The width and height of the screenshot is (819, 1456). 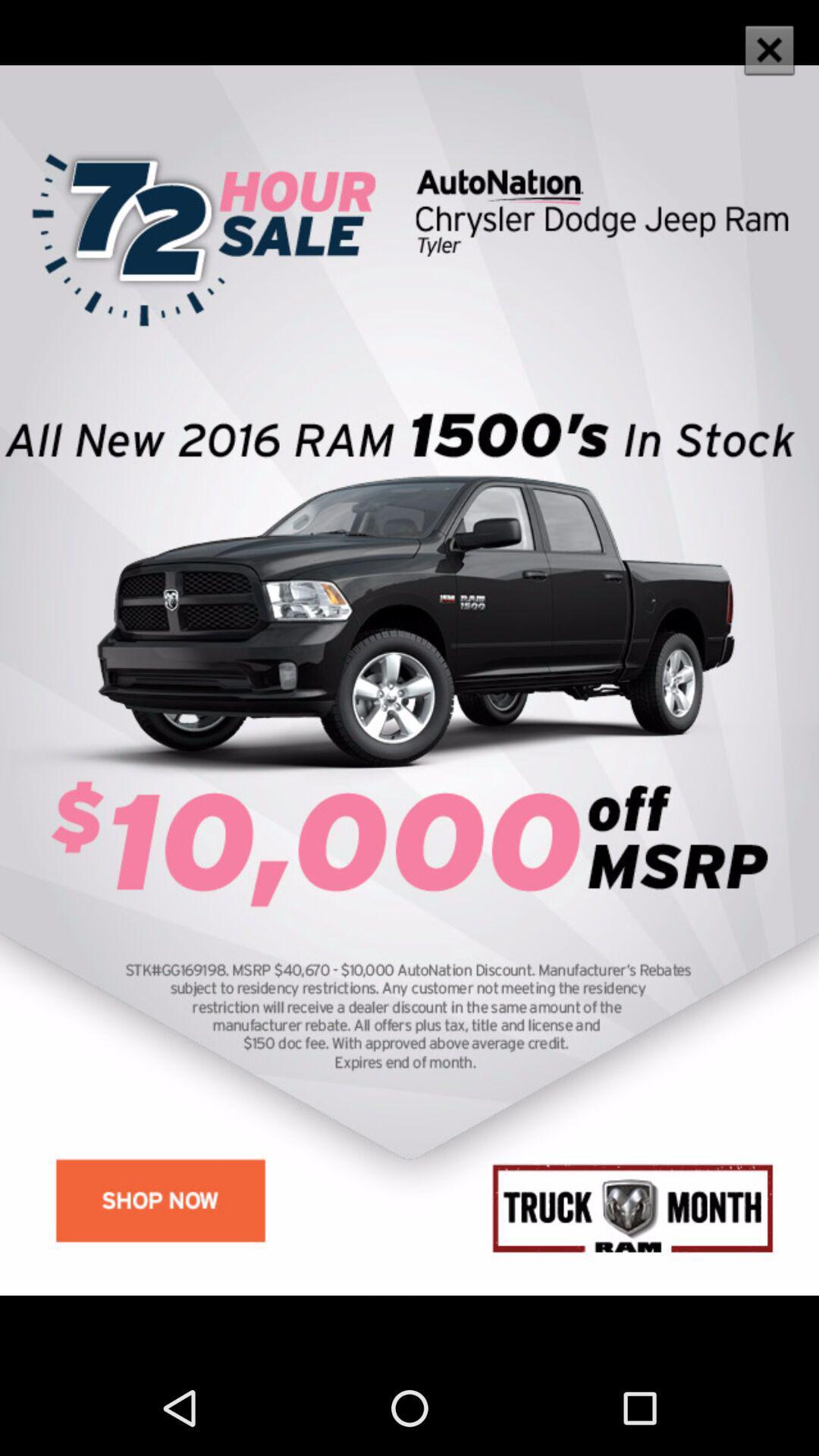 What do you see at coordinates (769, 53) in the screenshot?
I see `the close icon` at bounding box center [769, 53].